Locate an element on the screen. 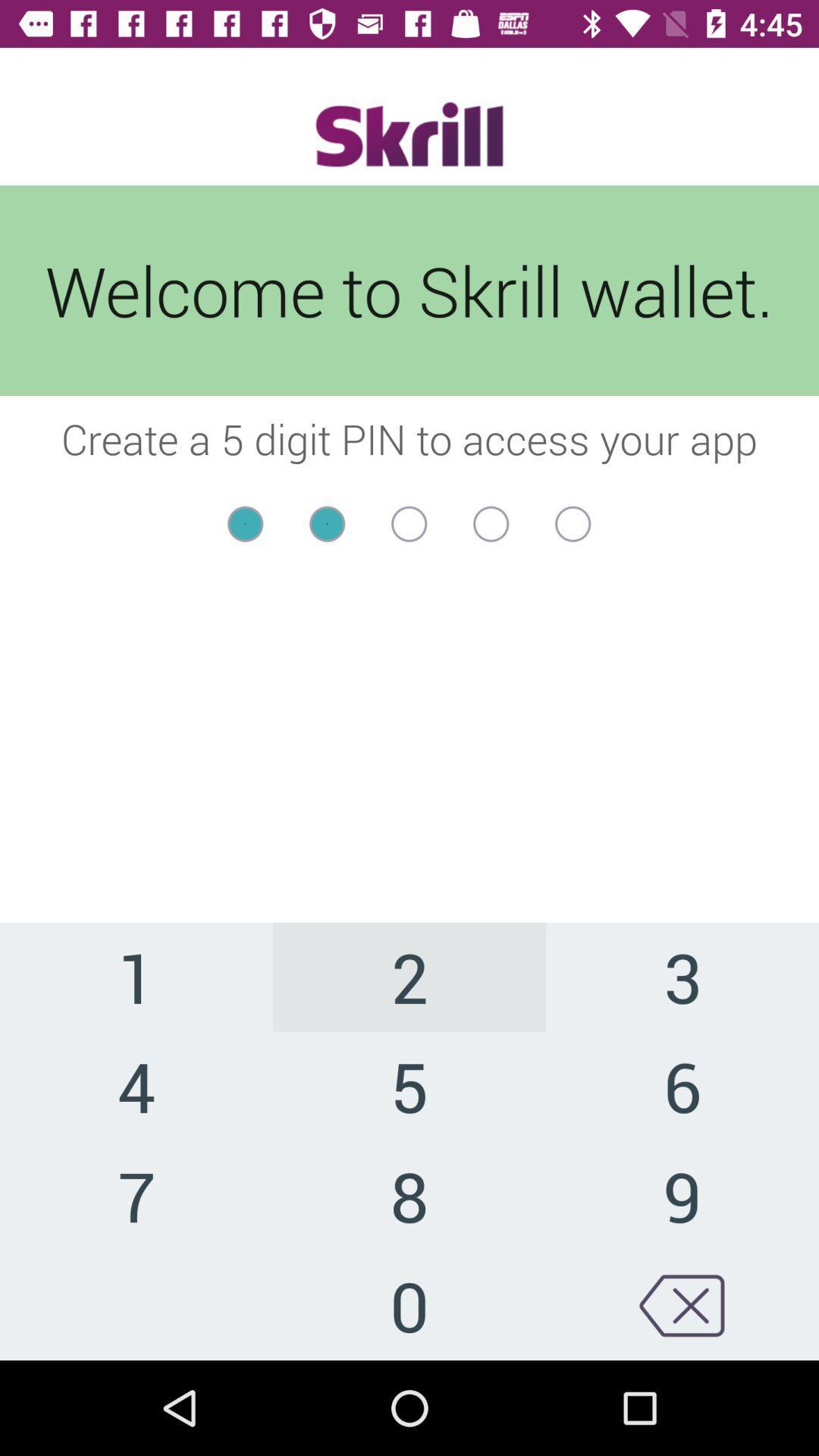  icon next to 9 icon is located at coordinates (409, 1304).